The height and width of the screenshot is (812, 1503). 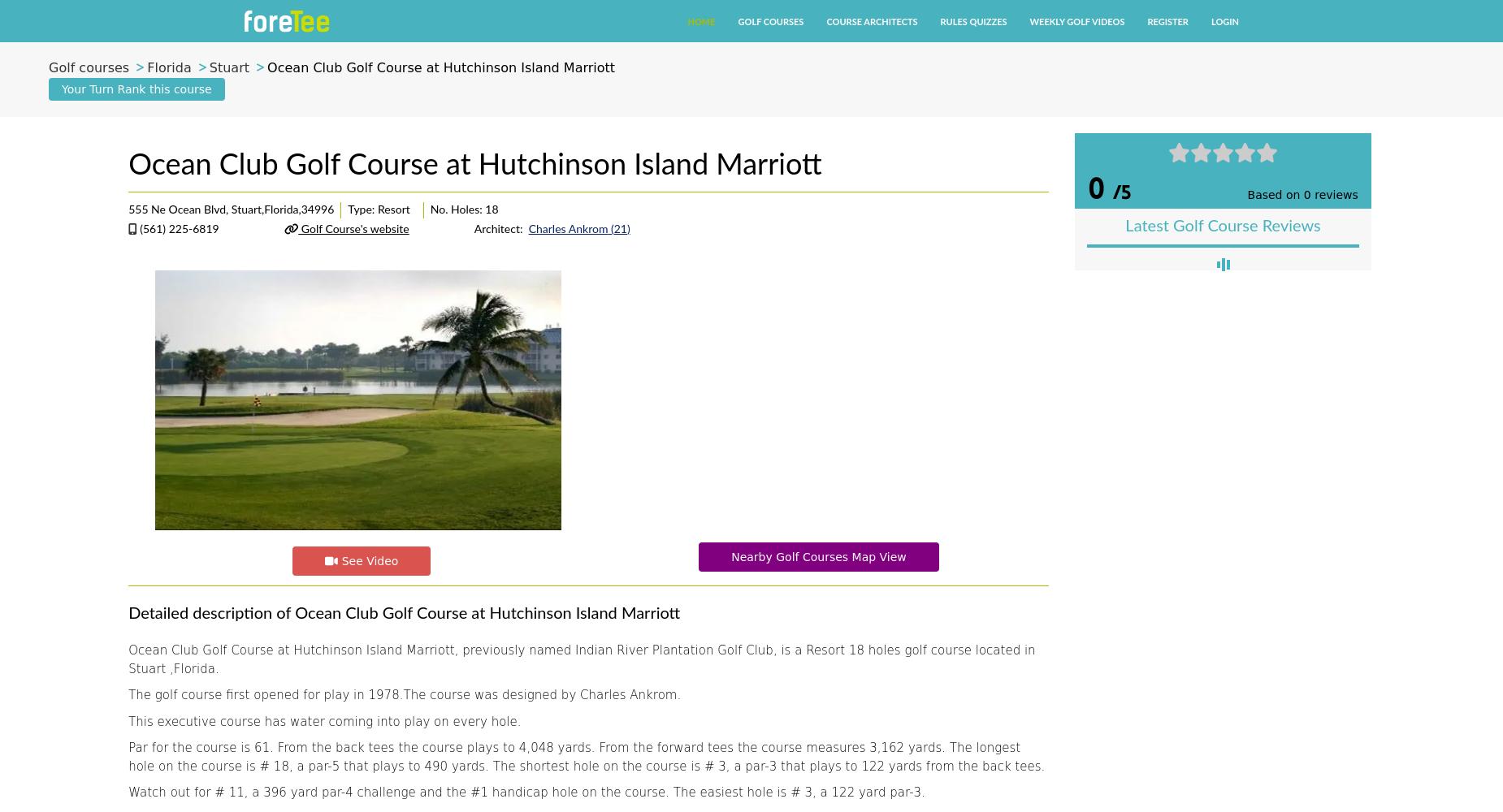 I want to click on 'Based on', so click(x=1275, y=194).